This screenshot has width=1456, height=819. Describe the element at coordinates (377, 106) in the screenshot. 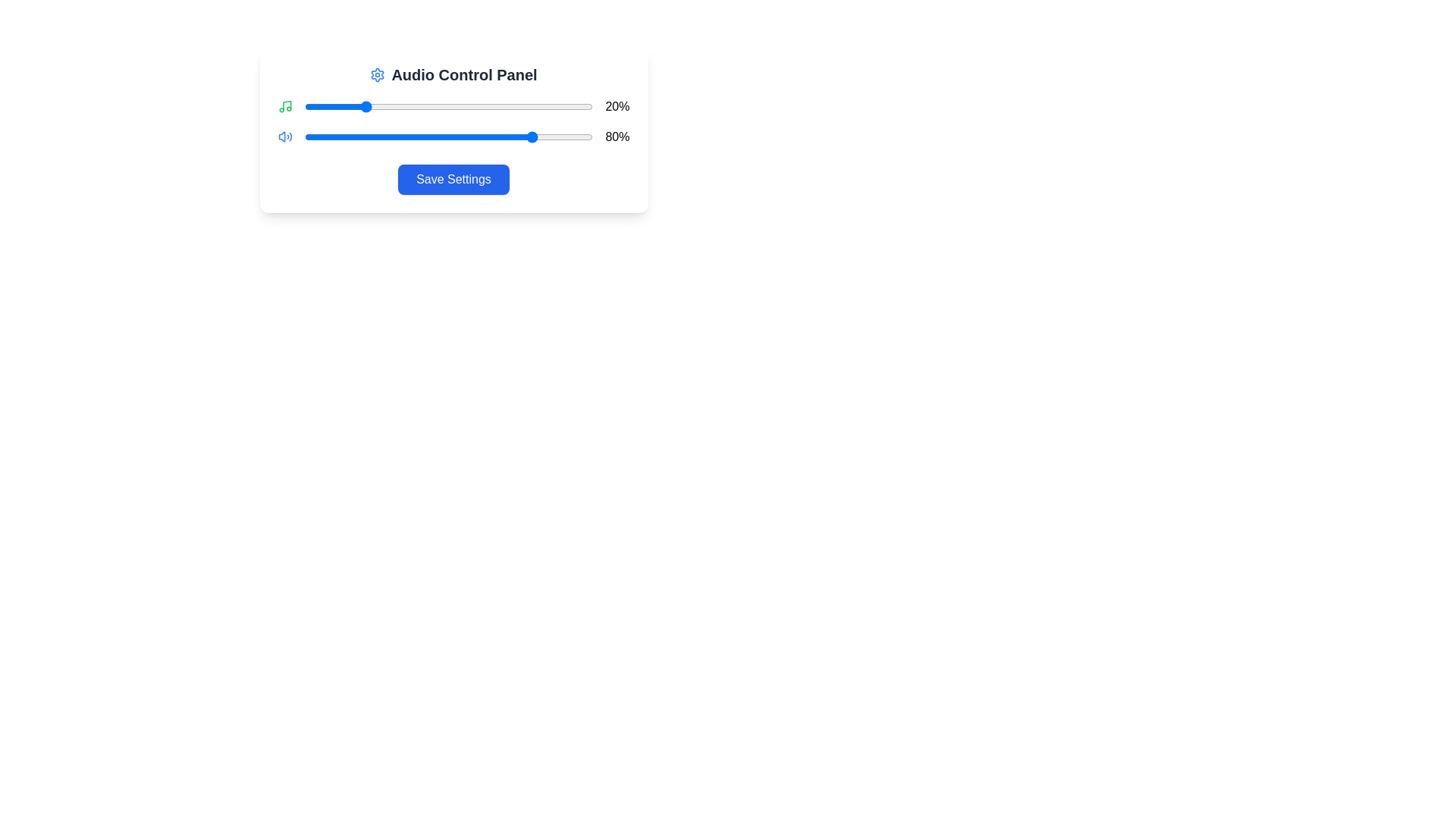

I see `the first volume slider to 25%` at that location.